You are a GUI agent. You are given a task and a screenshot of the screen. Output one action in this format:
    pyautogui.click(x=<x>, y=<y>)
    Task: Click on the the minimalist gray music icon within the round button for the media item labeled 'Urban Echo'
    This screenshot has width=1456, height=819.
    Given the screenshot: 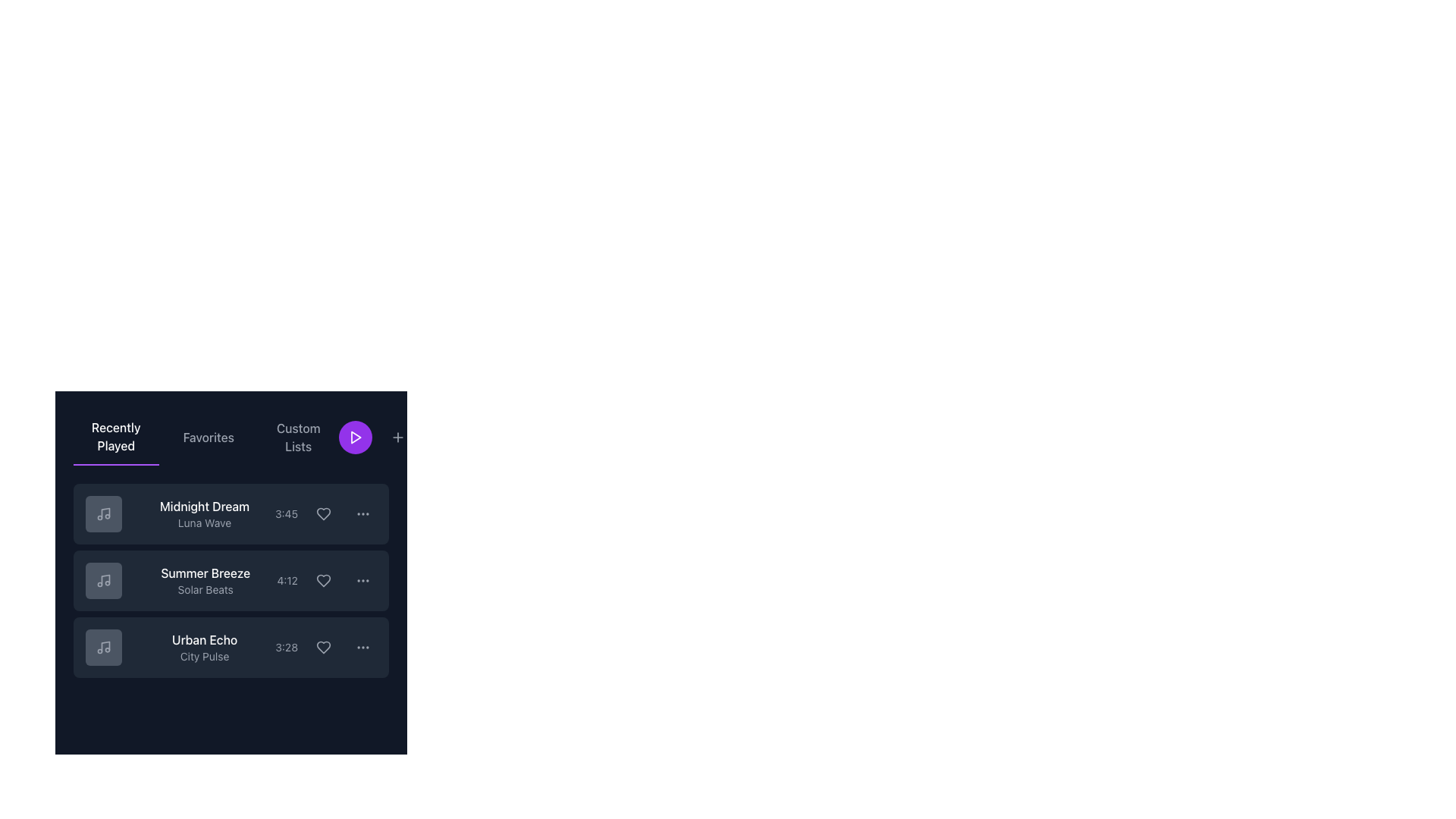 What is the action you would take?
    pyautogui.click(x=103, y=647)
    